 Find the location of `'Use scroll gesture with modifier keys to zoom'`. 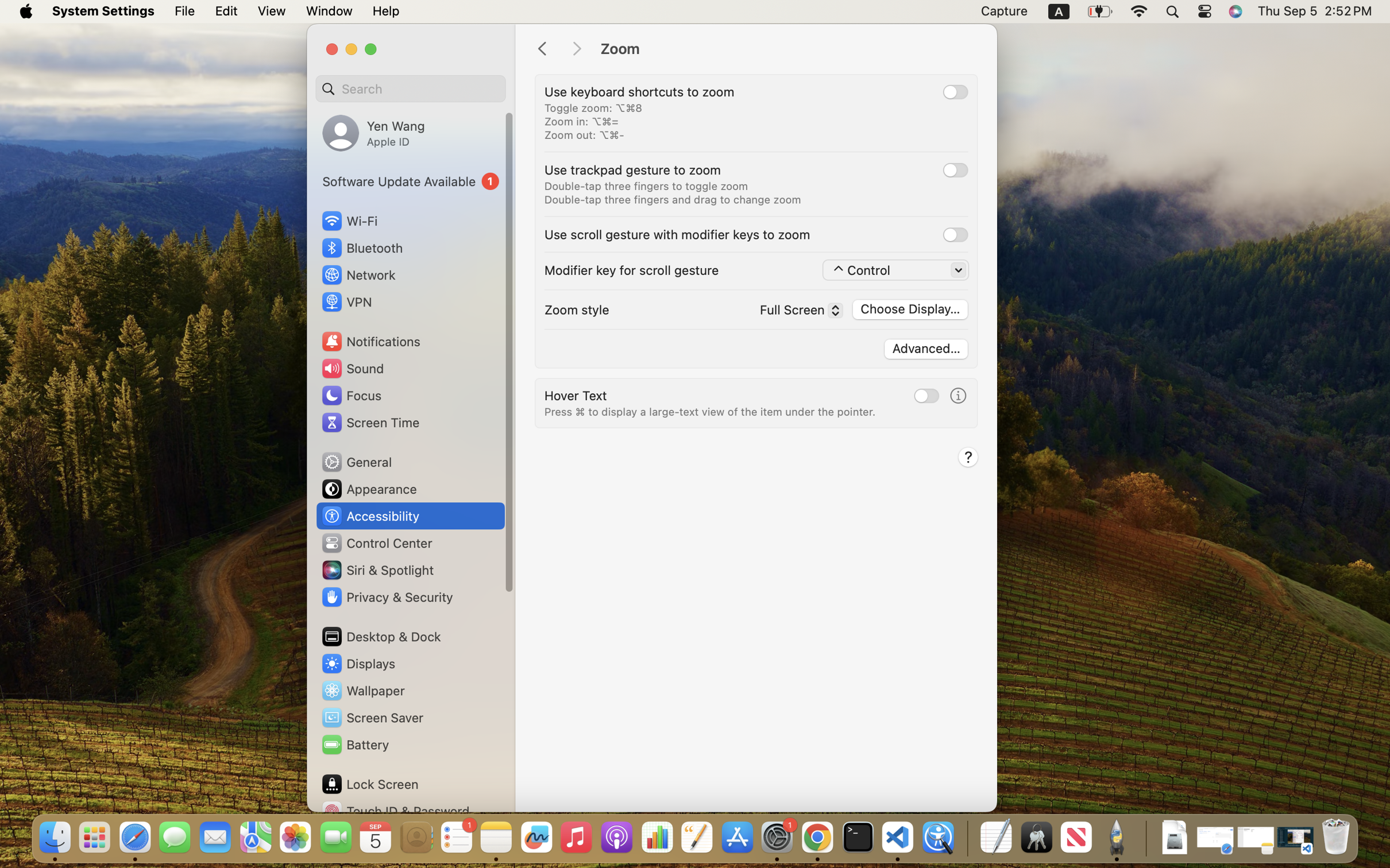

'Use scroll gesture with modifier keys to zoom' is located at coordinates (677, 234).